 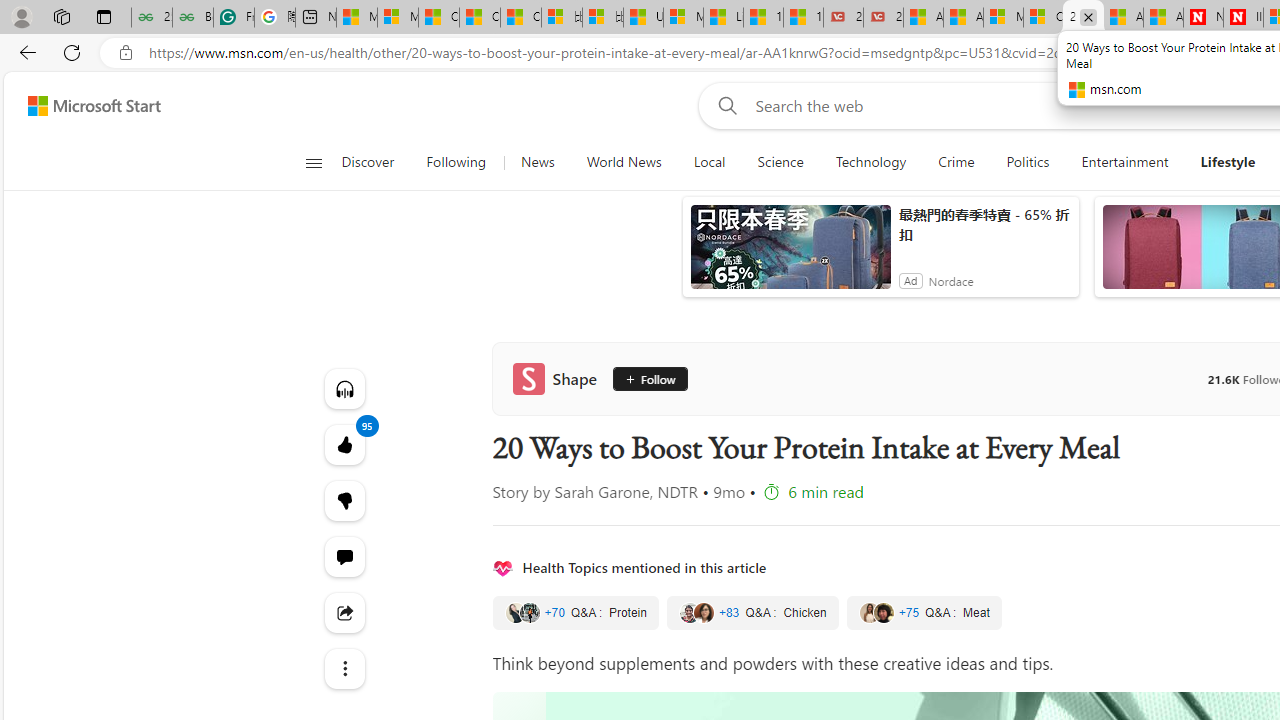 I want to click on 'Lifestyle - MSN', so click(x=722, y=17).